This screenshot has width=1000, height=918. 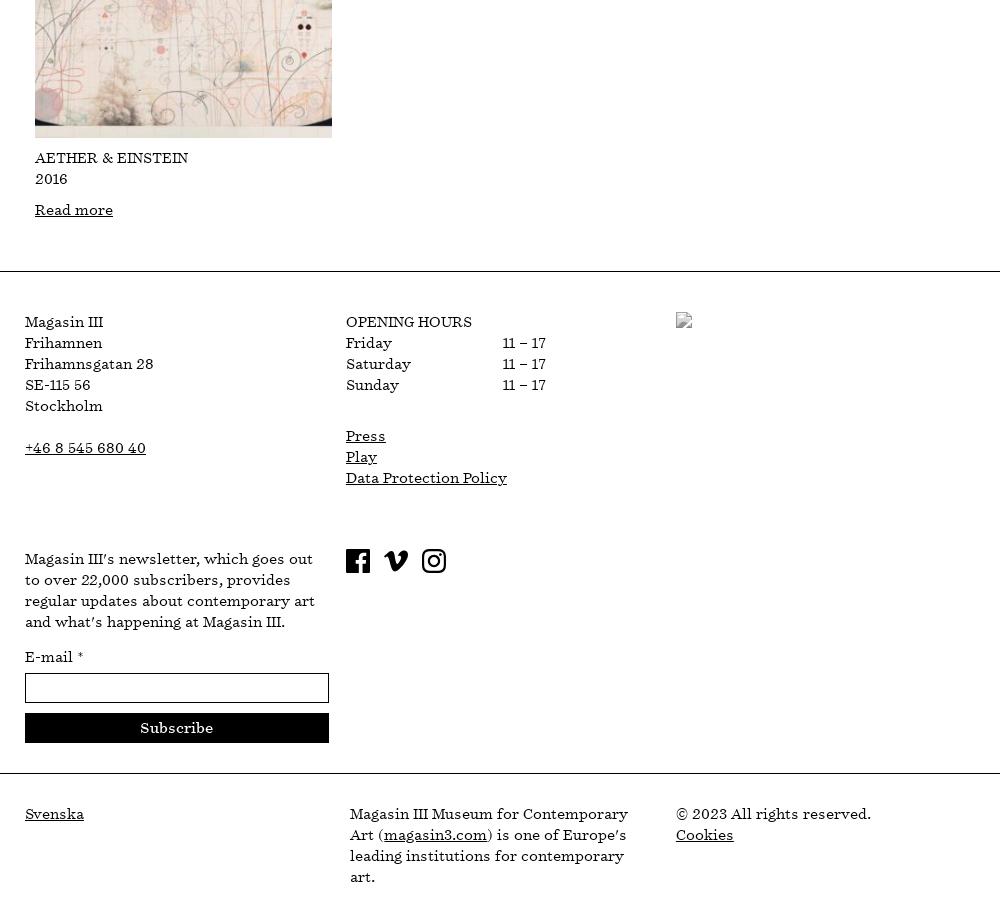 I want to click on 'Data Protection Policy', so click(x=425, y=478).